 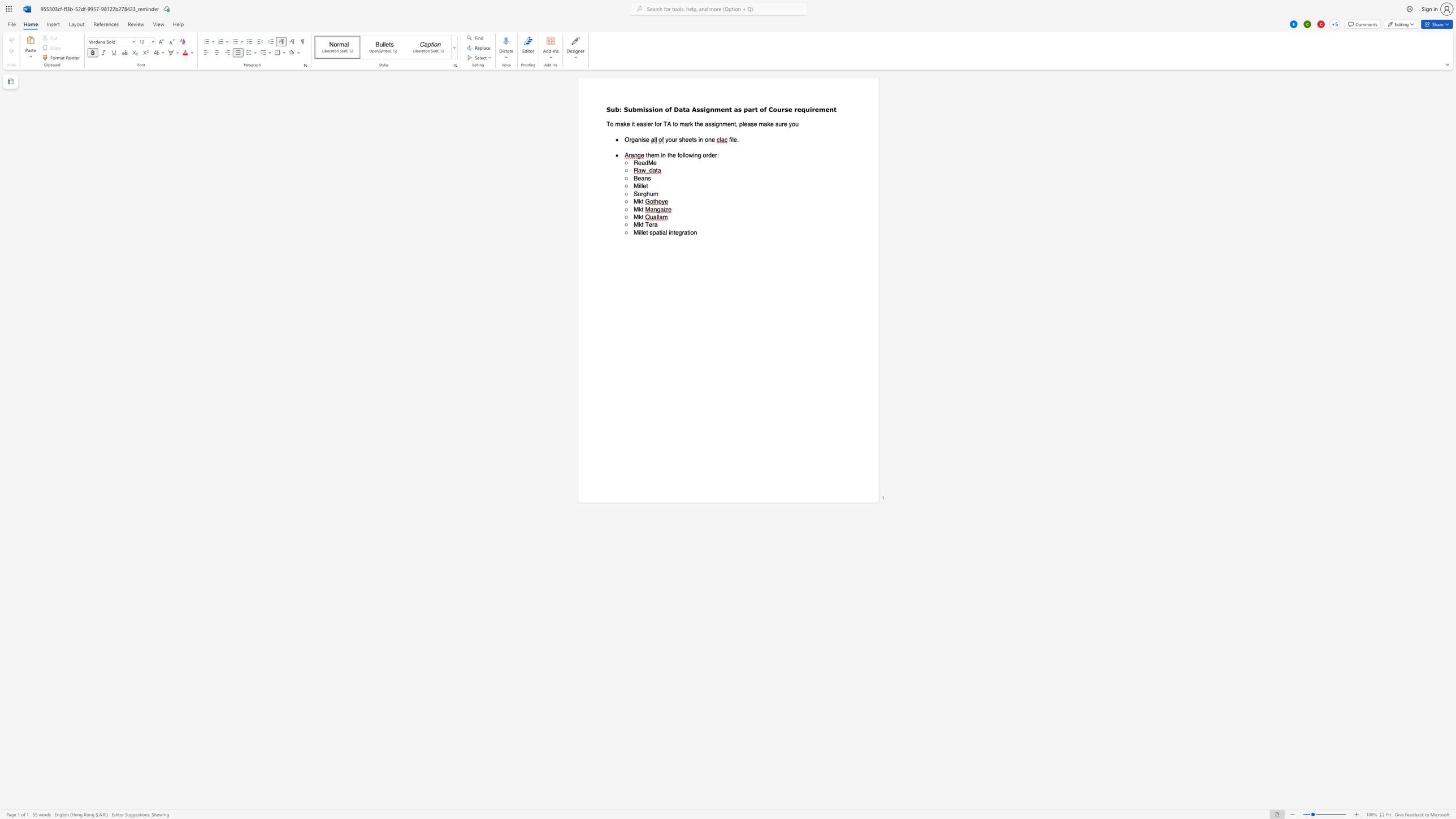 What do you see at coordinates (710, 124) in the screenshot?
I see `the space between the continuous character "s" and "s" in the text` at bounding box center [710, 124].